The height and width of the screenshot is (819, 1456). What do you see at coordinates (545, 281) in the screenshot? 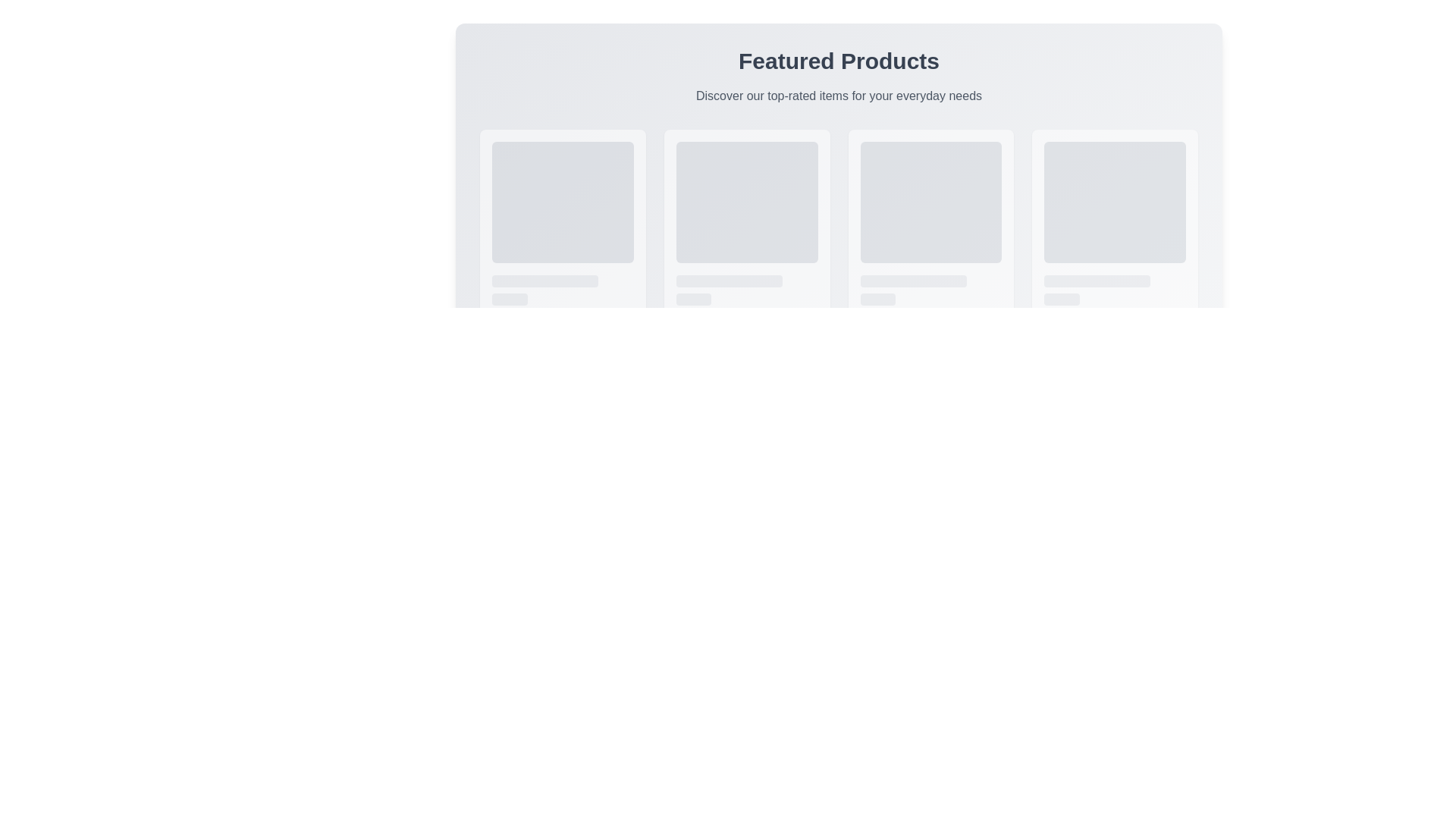
I see `the gray rectangular Decorative Placeholder Bar with rounded edges, which is centrally aligned under the image placeholder in the card layout` at bounding box center [545, 281].